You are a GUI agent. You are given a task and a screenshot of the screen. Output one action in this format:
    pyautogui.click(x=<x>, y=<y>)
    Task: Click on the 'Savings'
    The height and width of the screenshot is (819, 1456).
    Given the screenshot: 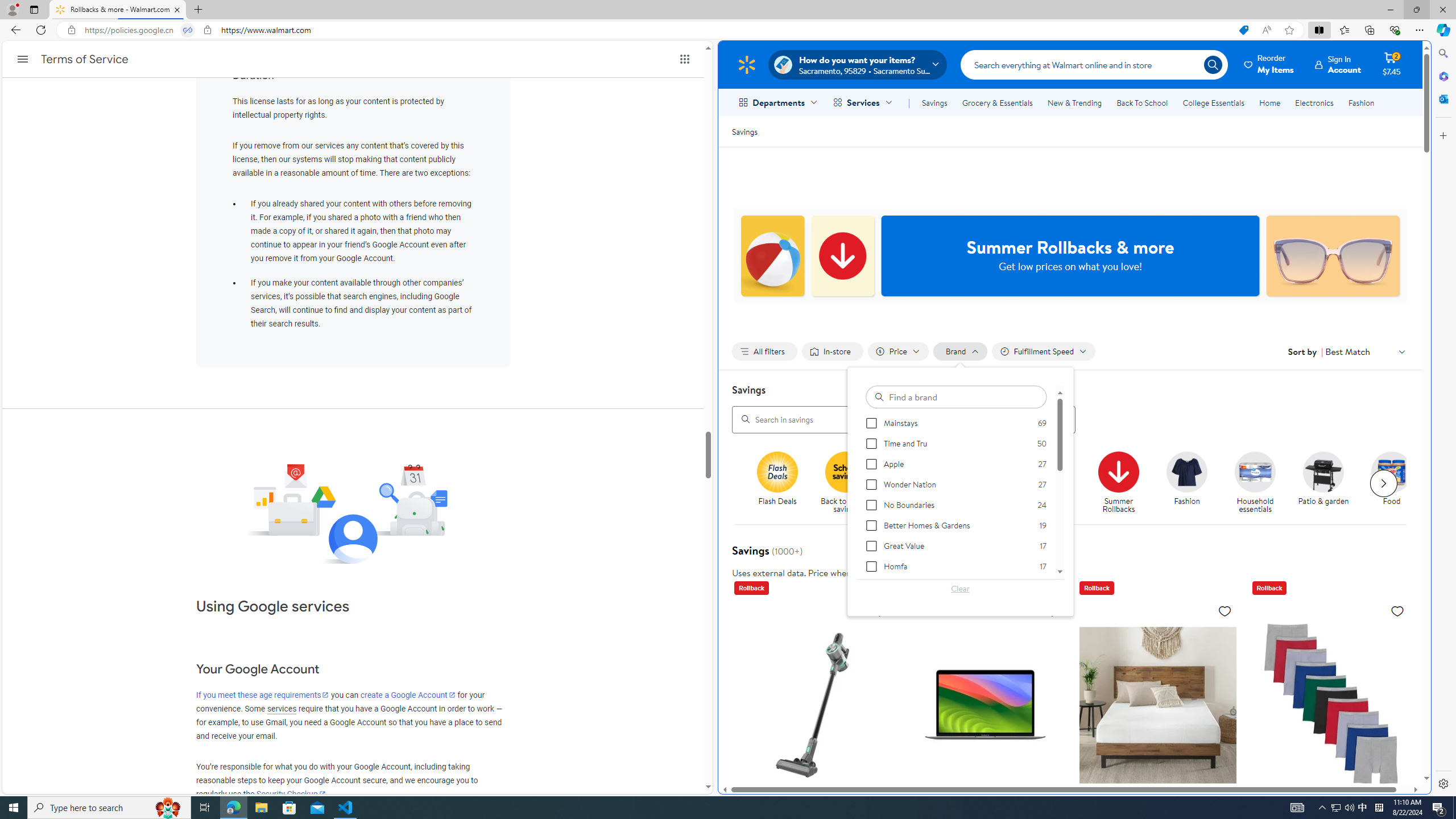 What is the action you would take?
    pyautogui.click(x=934, y=102)
    